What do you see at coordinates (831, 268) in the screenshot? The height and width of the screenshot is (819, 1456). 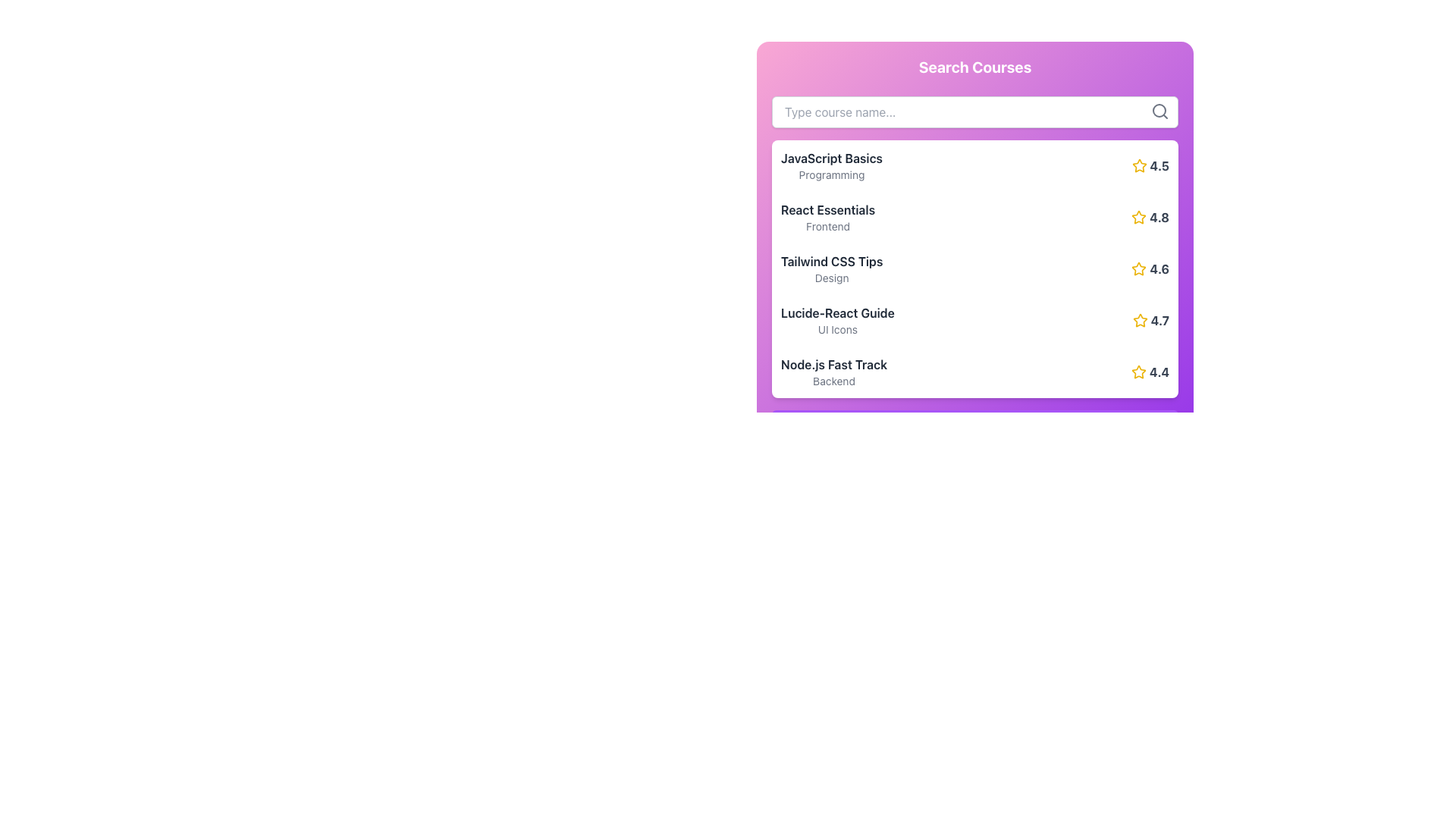 I see `the third item in the sidebar list, labeled 'Tailwind CSS Tips'` at bounding box center [831, 268].